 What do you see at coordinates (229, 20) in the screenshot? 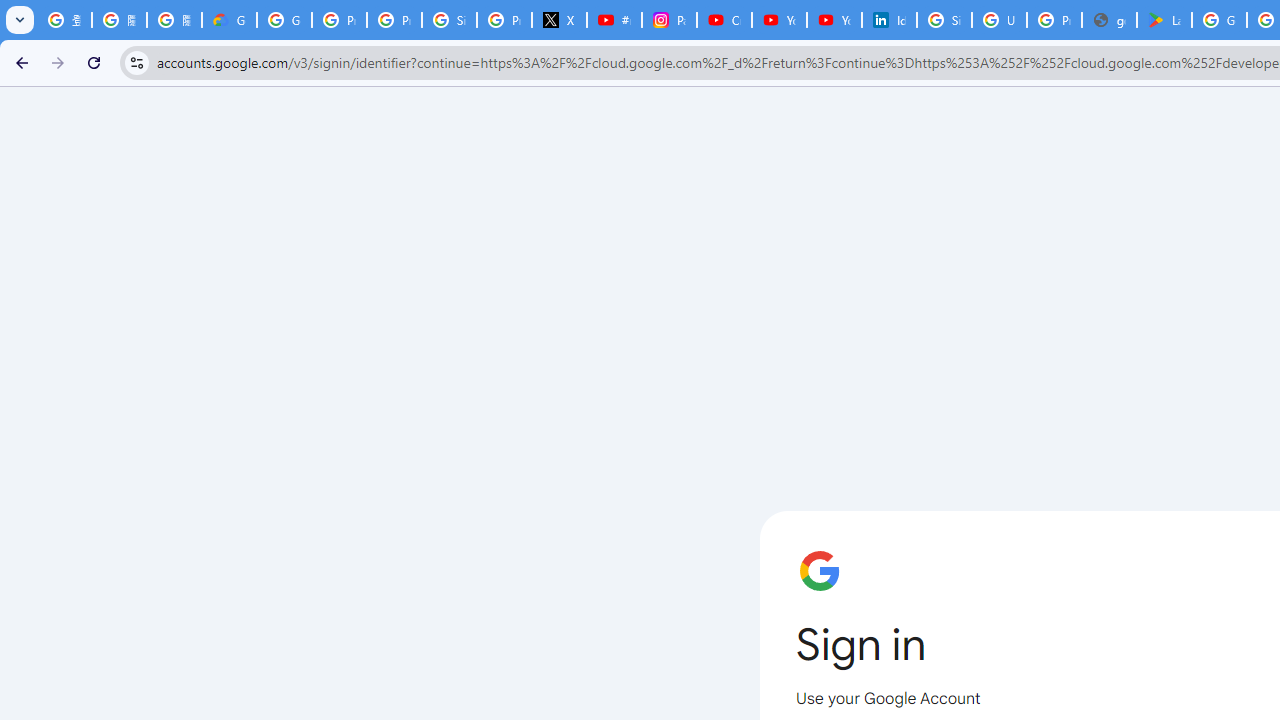
I see `'Google Cloud Privacy Notice'` at bounding box center [229, 20].